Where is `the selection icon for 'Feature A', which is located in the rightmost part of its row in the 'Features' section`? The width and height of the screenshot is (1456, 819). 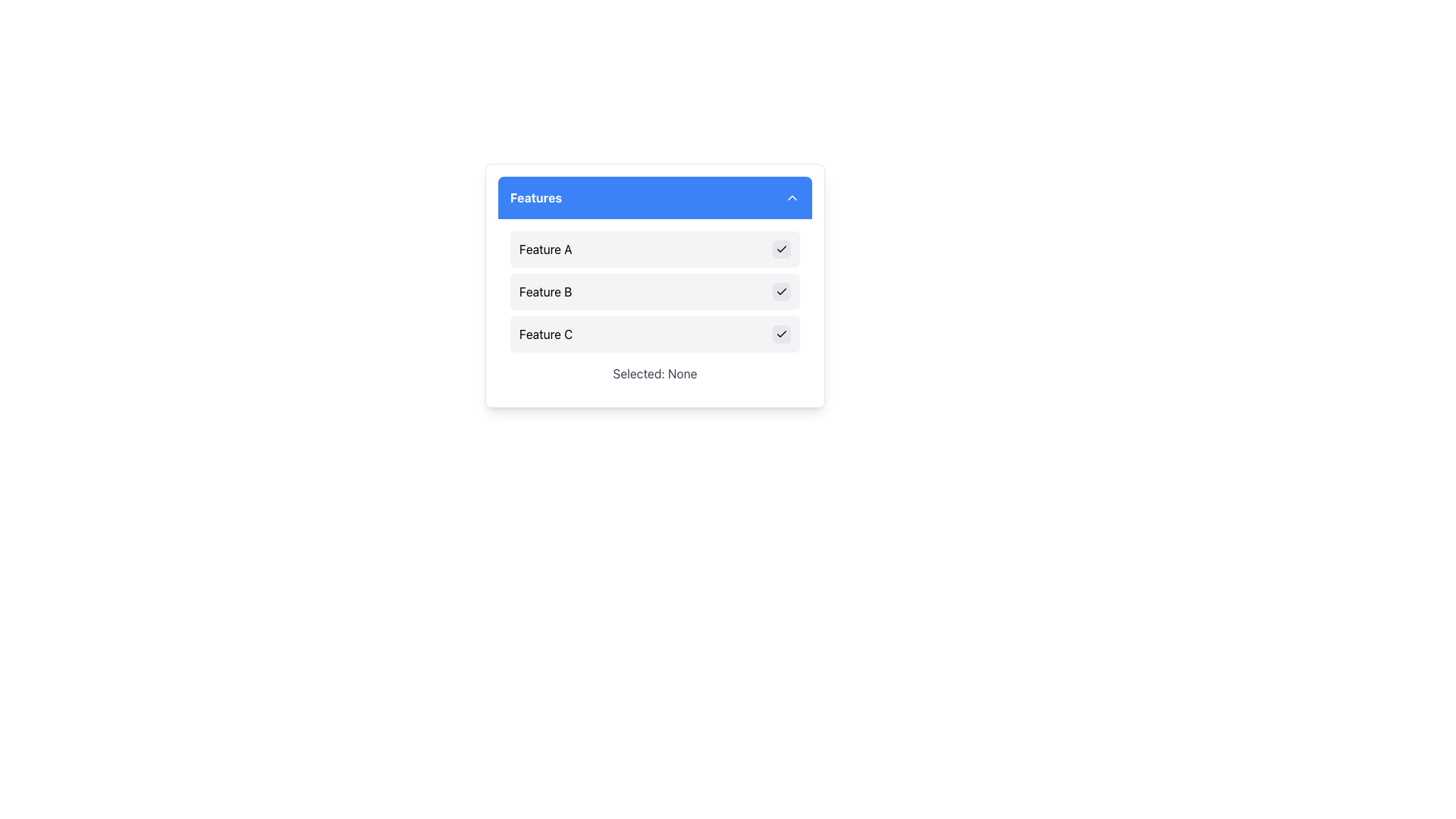
the selection icon for 'Feature A', which is located in the rightmost part of its row in the 'Features' section is located at coordinates (782, 248).